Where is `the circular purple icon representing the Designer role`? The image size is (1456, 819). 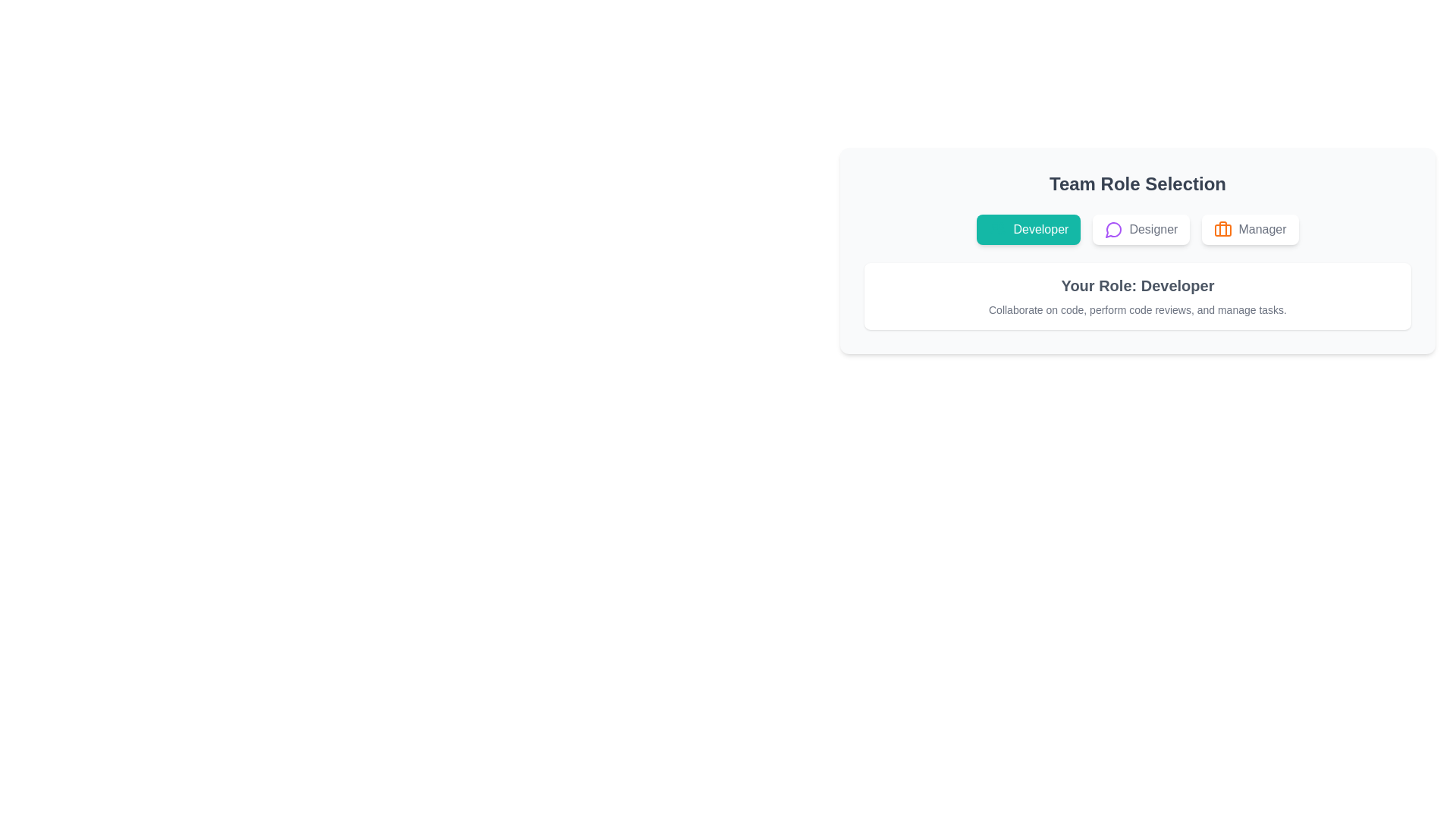
the circular purple icon representing the Designer role is located at coordinates (1113, 230).